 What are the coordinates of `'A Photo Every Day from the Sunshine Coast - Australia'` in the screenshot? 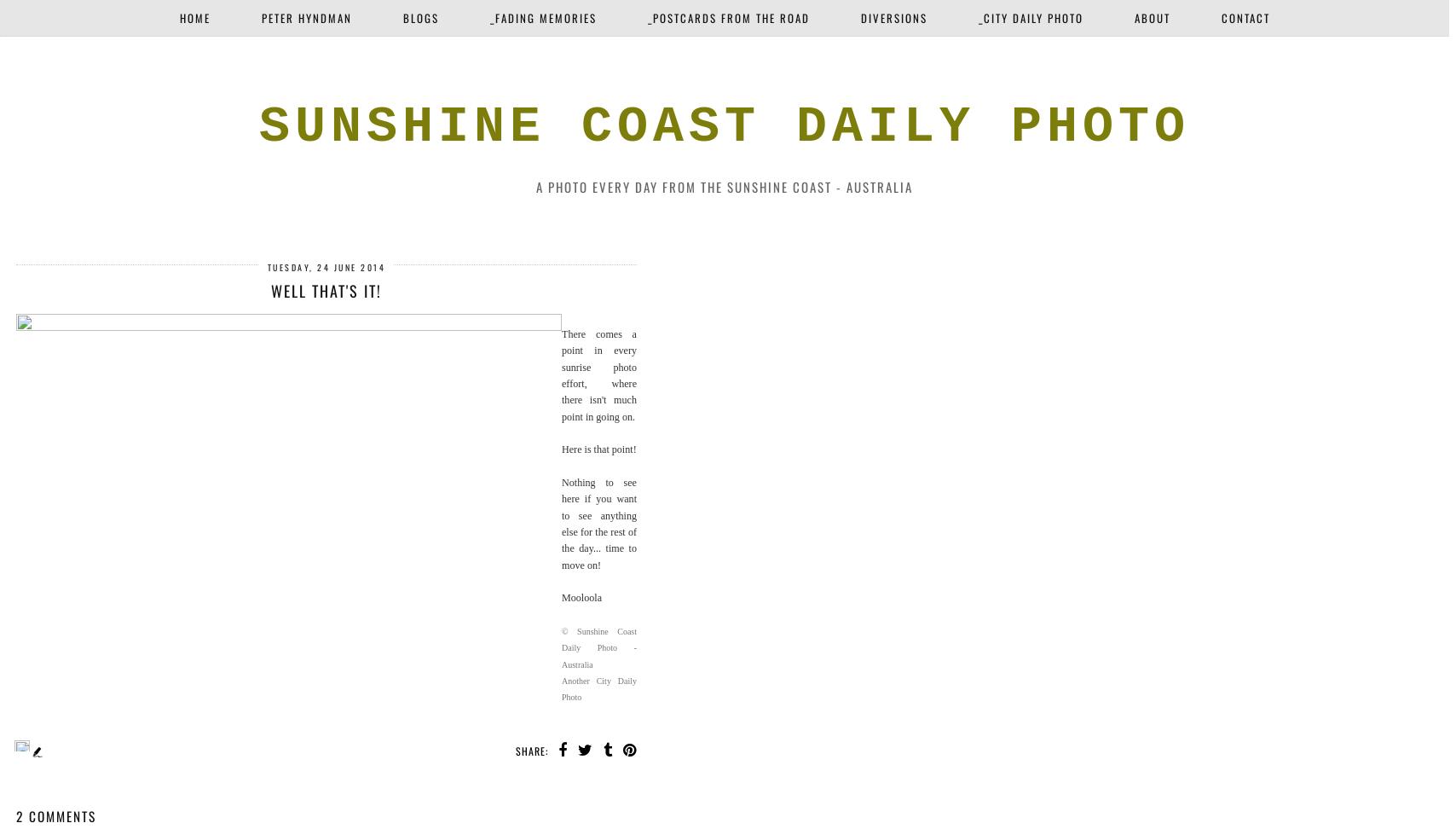 It's located at (536, 185).